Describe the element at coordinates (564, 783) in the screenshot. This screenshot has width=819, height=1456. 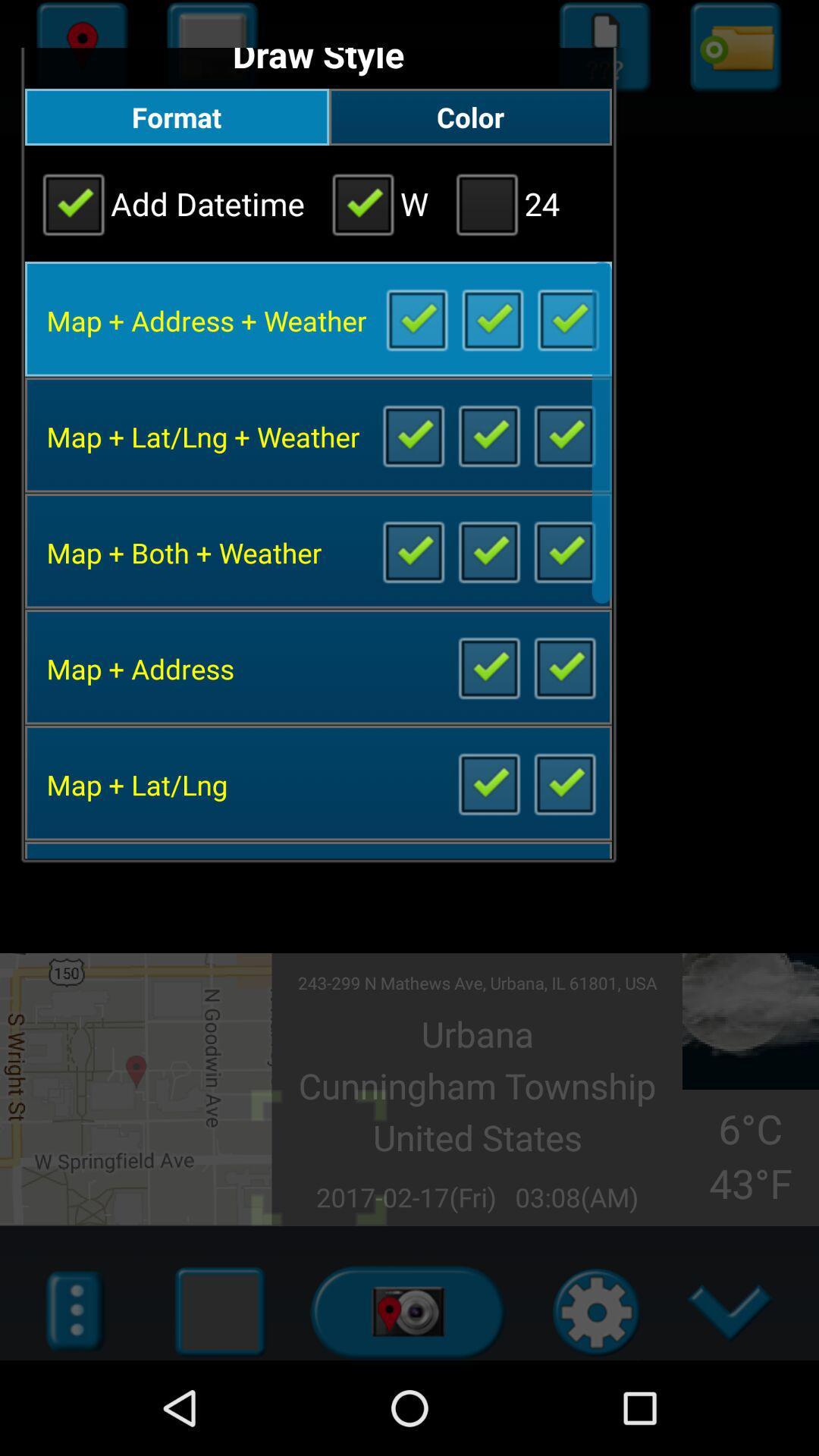
I see `option` at that location.